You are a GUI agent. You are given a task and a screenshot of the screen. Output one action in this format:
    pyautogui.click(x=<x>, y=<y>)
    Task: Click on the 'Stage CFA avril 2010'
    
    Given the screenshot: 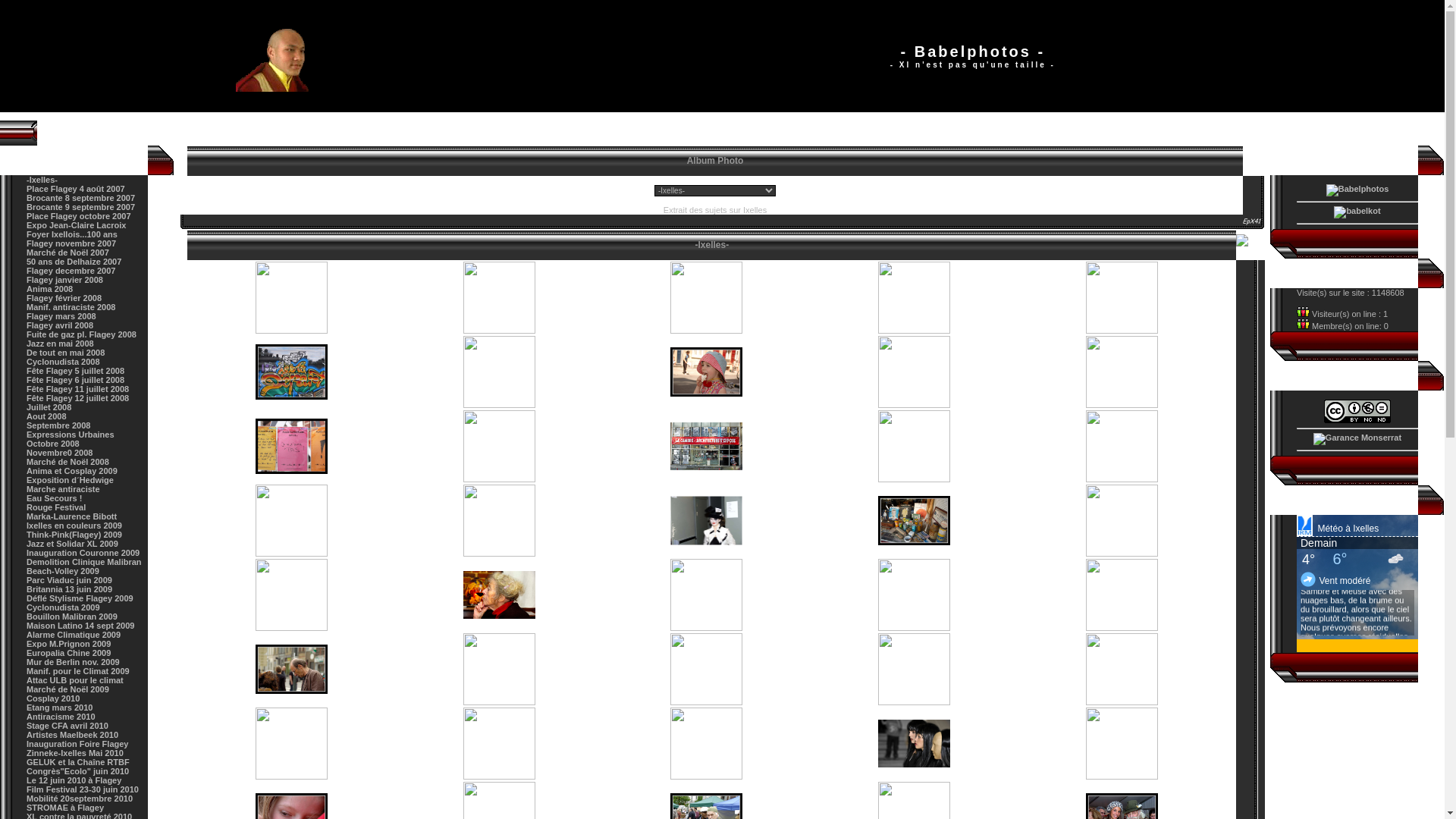 What is the action you would take?
    pyautogui.click(x=26, y=724)
    